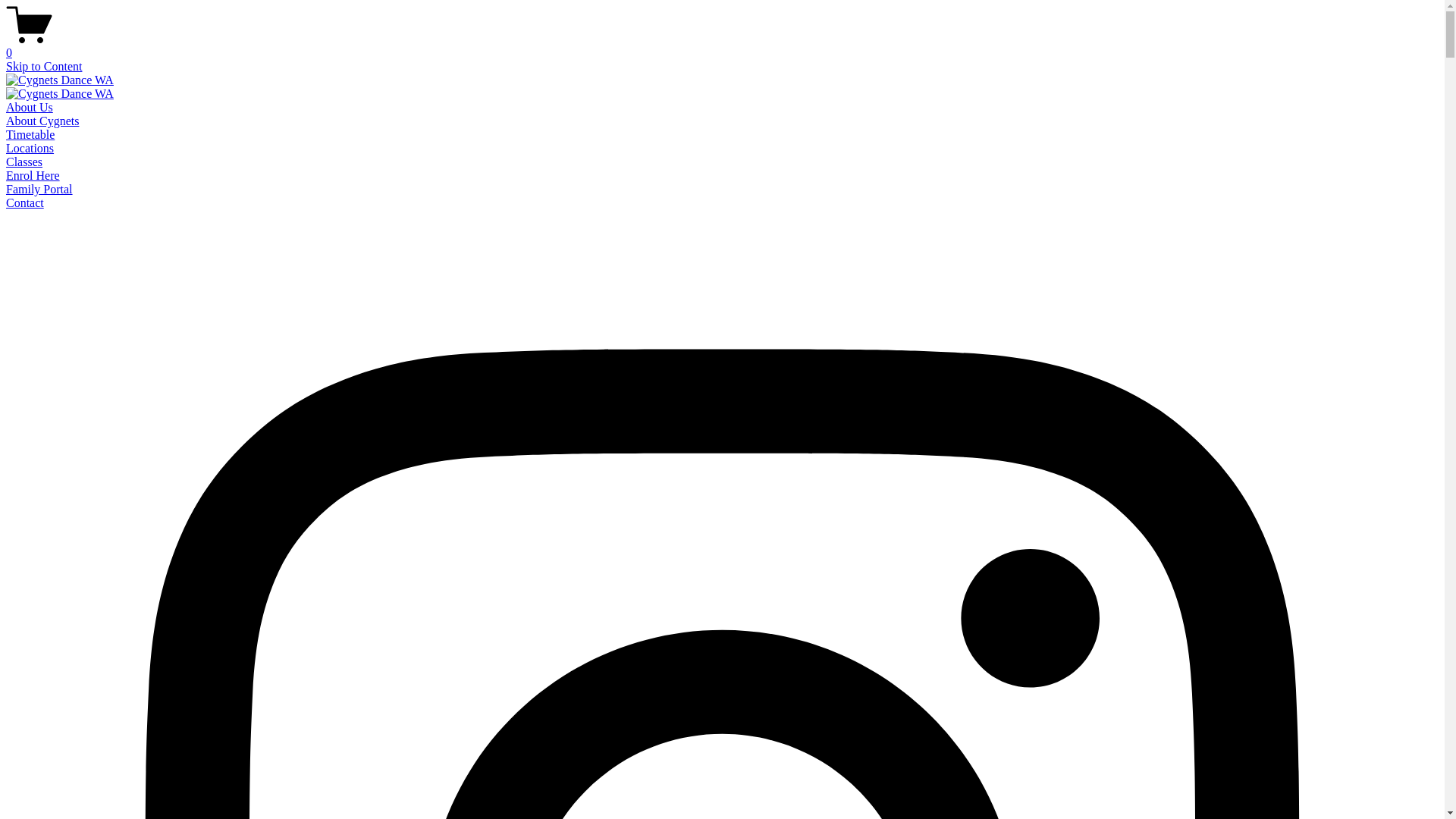 This screenshot has width=1456, height=819. What do you see at coordinates (6, 45) in the screenshot?
I see `'0'` at bounding box center [6, 45].